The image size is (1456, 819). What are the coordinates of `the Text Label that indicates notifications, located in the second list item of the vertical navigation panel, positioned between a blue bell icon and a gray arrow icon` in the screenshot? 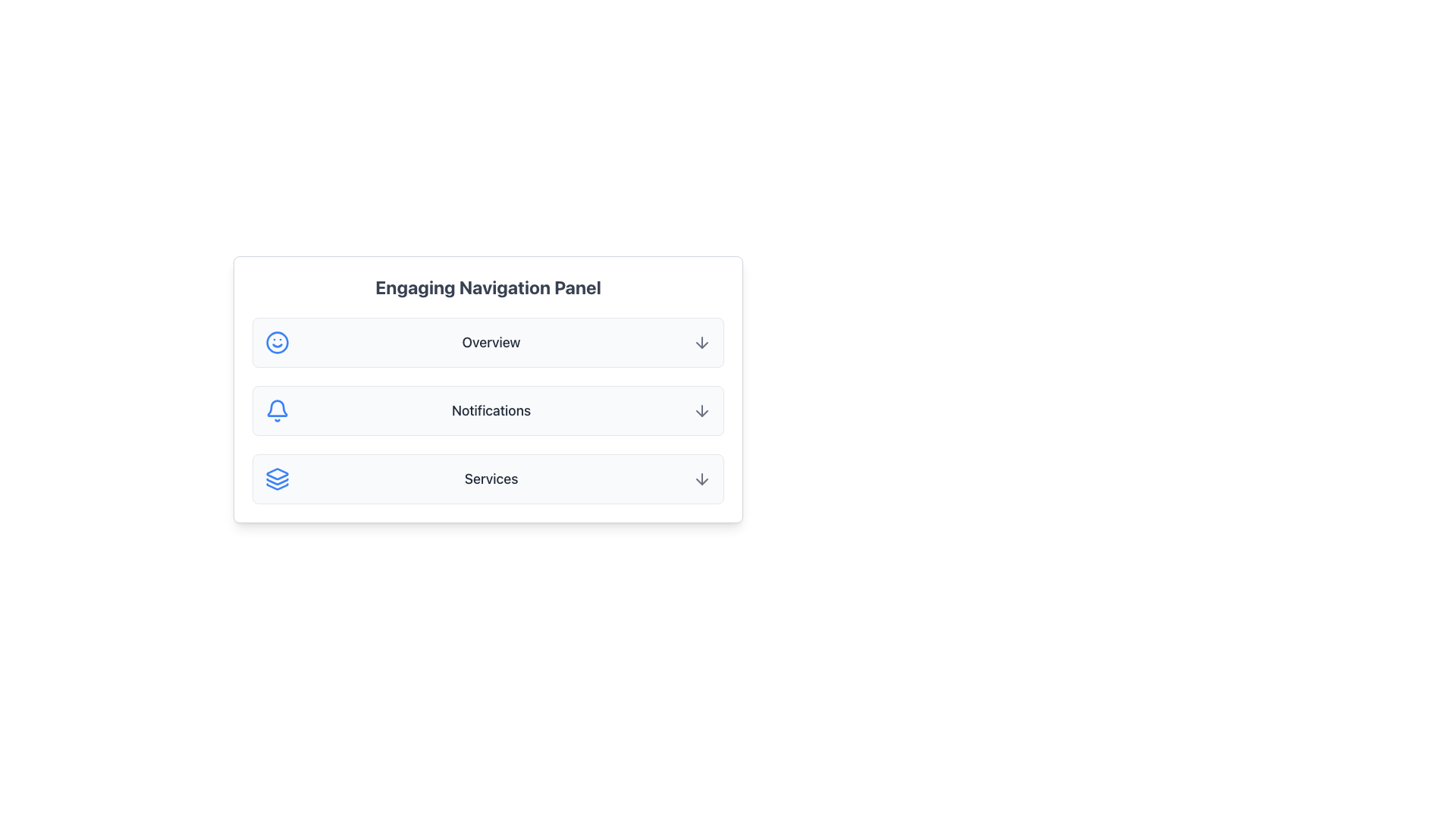 It's located at (491, 411).